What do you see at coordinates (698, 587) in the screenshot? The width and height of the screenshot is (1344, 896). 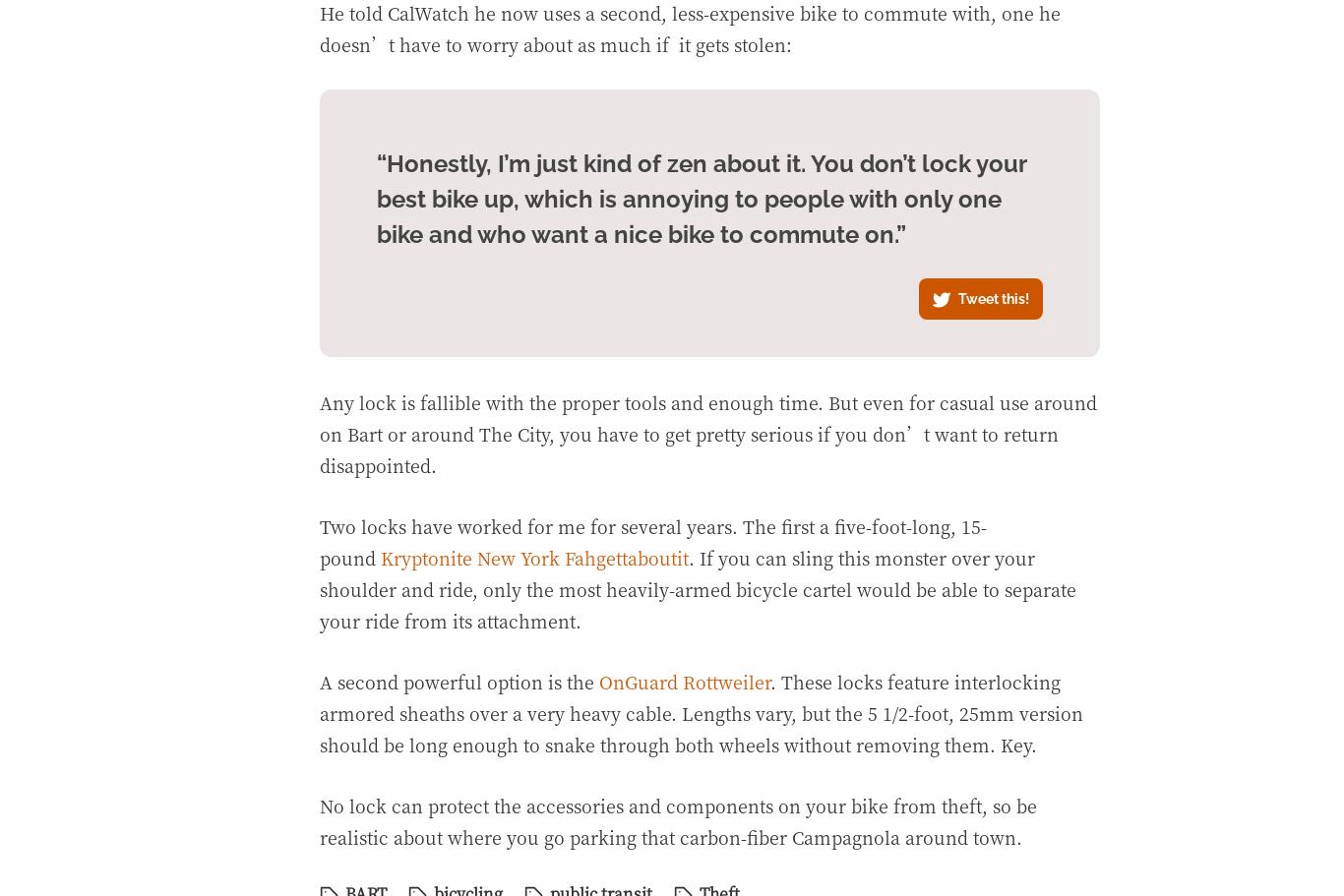 I see `'. If you can sling this monster over your shoulder and ride, only the most heavily-armed bicycle cartel would be able to separate your ride from its attachment.'` at bounding box center [698, 587].